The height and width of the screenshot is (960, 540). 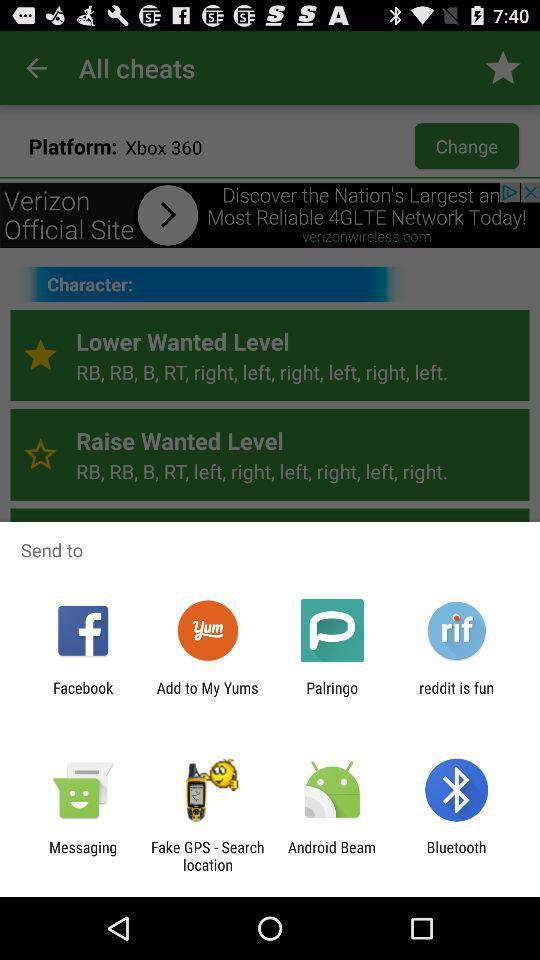 I want to click on the bluetooth app, so click(x=456, y=855).